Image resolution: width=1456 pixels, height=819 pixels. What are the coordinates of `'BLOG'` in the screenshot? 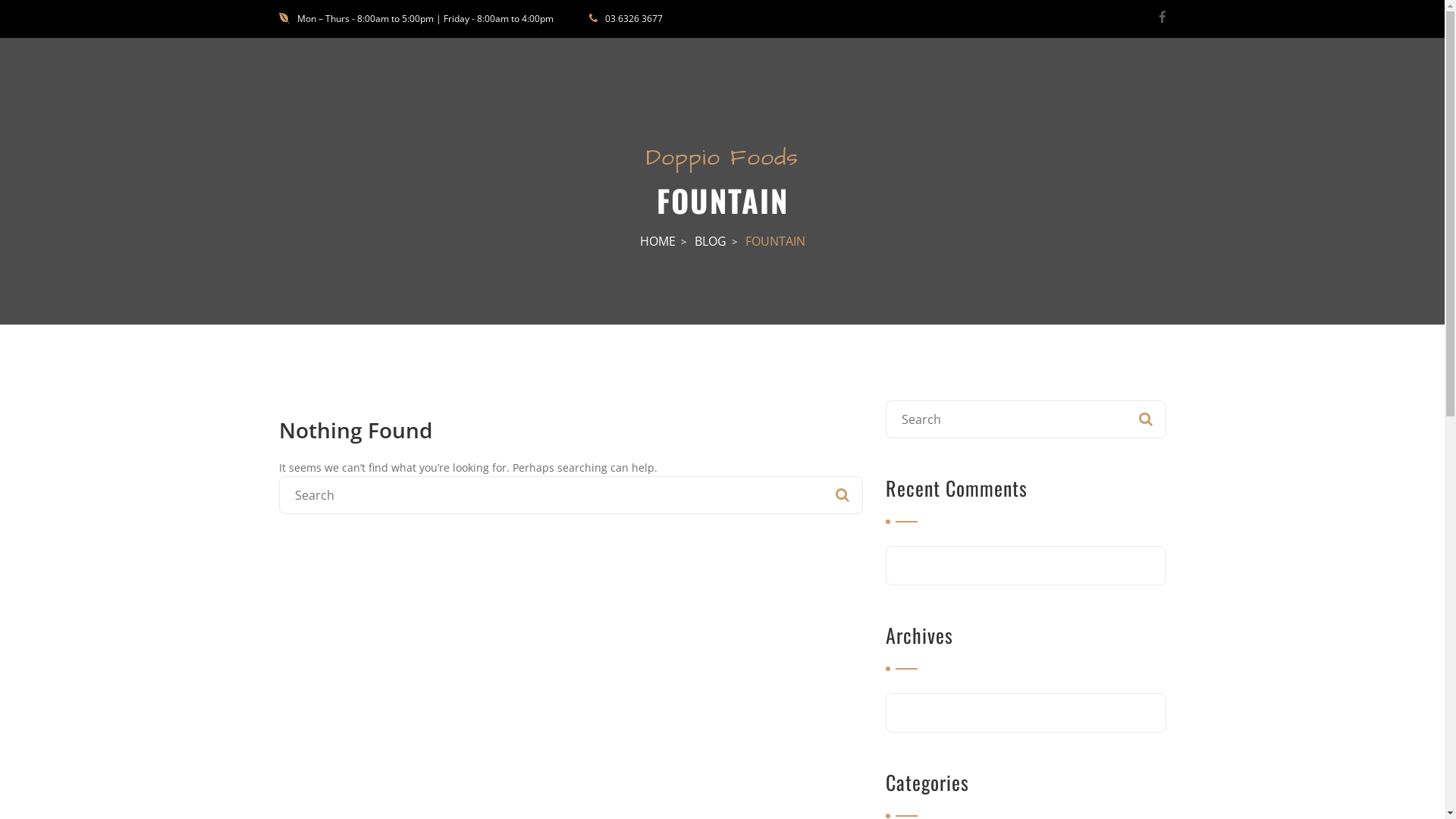 It's located at (709, 240).